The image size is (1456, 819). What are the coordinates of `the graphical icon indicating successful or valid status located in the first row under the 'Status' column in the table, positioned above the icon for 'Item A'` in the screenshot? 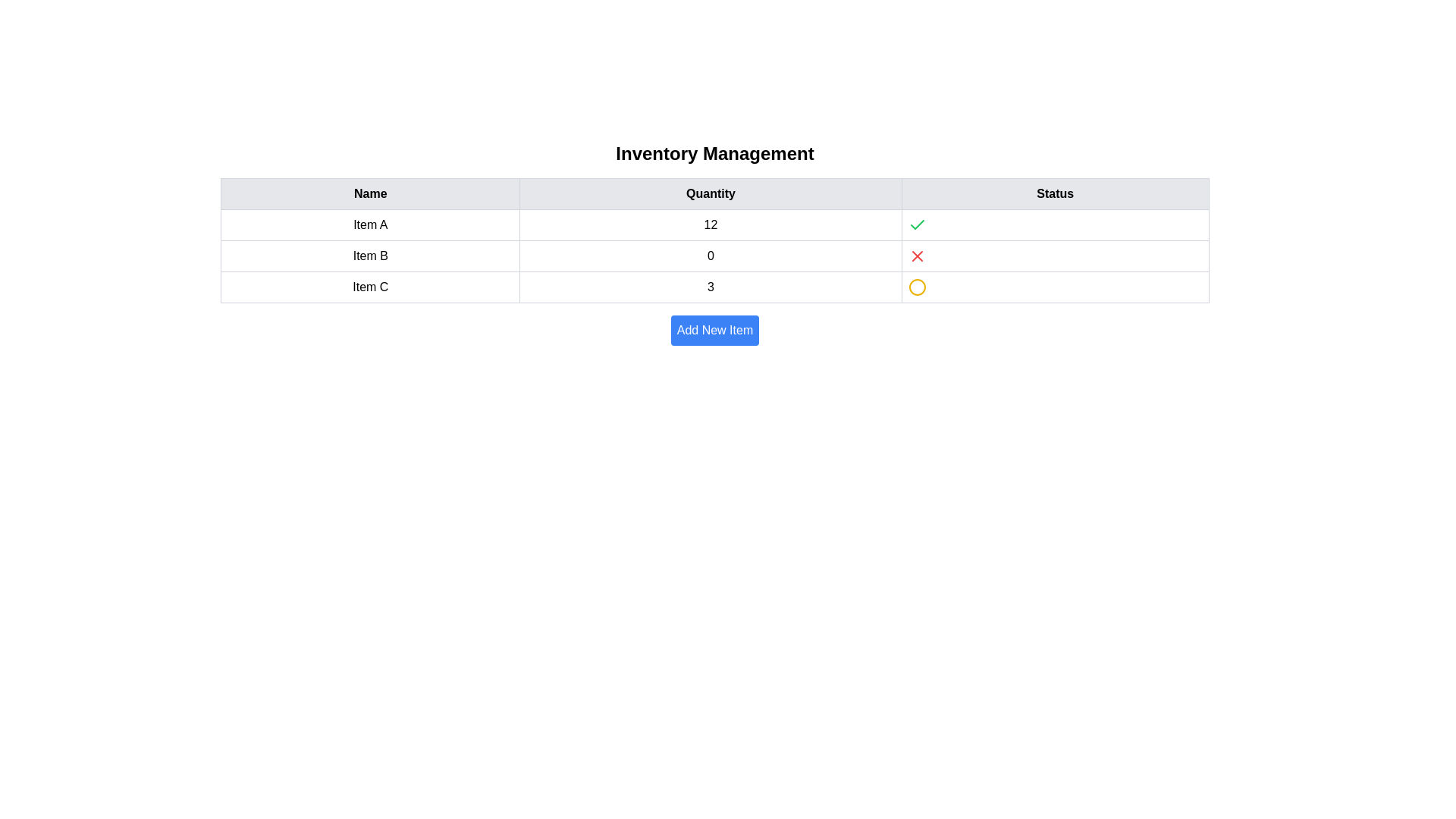 It's located at (916, 224).